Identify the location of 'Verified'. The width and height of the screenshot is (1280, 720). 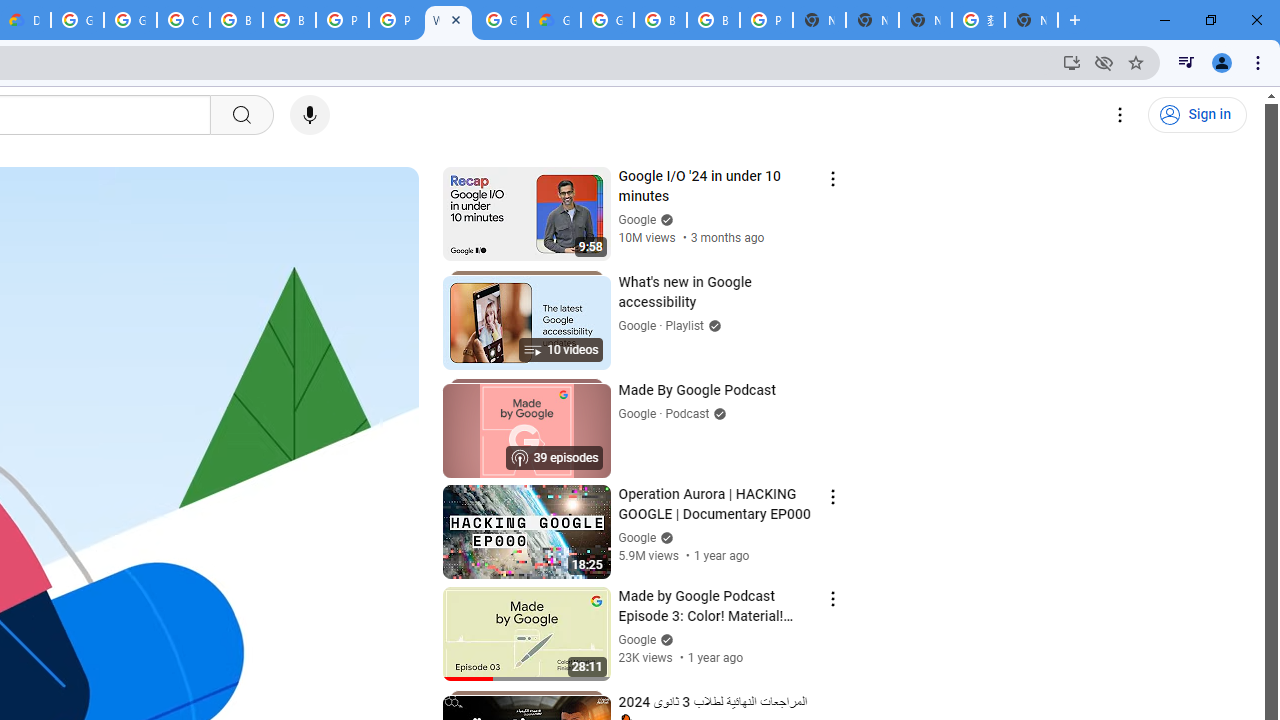
(664, 639).